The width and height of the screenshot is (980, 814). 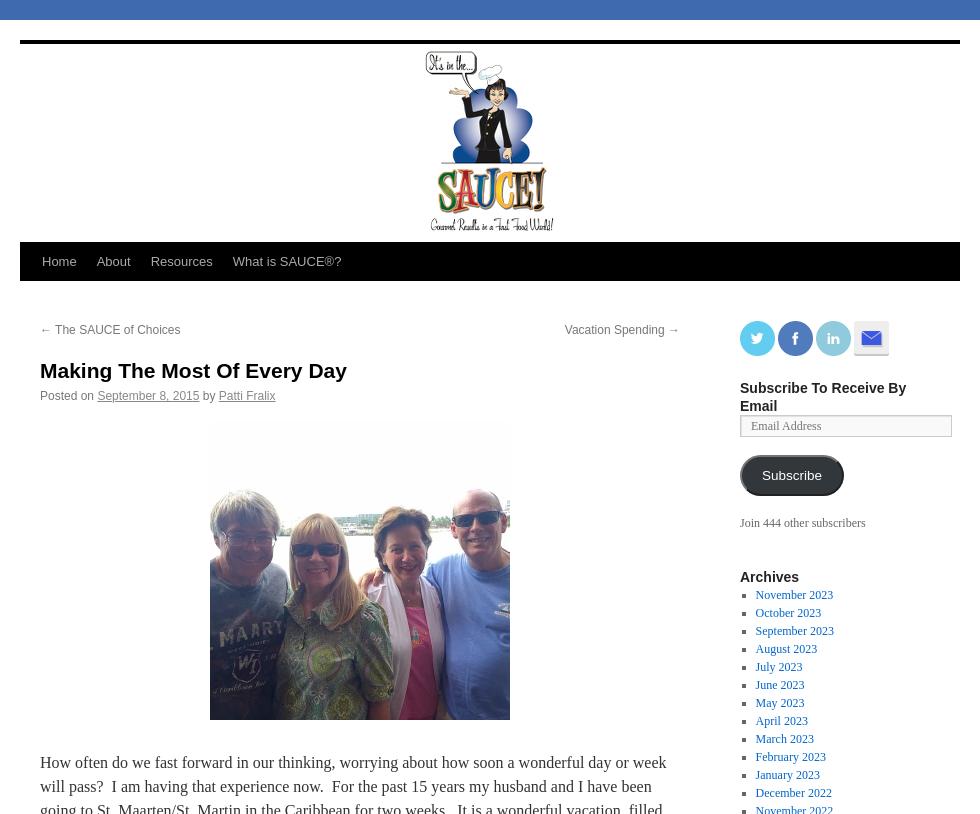 What do you see at coordinates (116, 329) in the screenshot?
I see `'The SAUCE of Choices'` at bounding box center [116, 329].